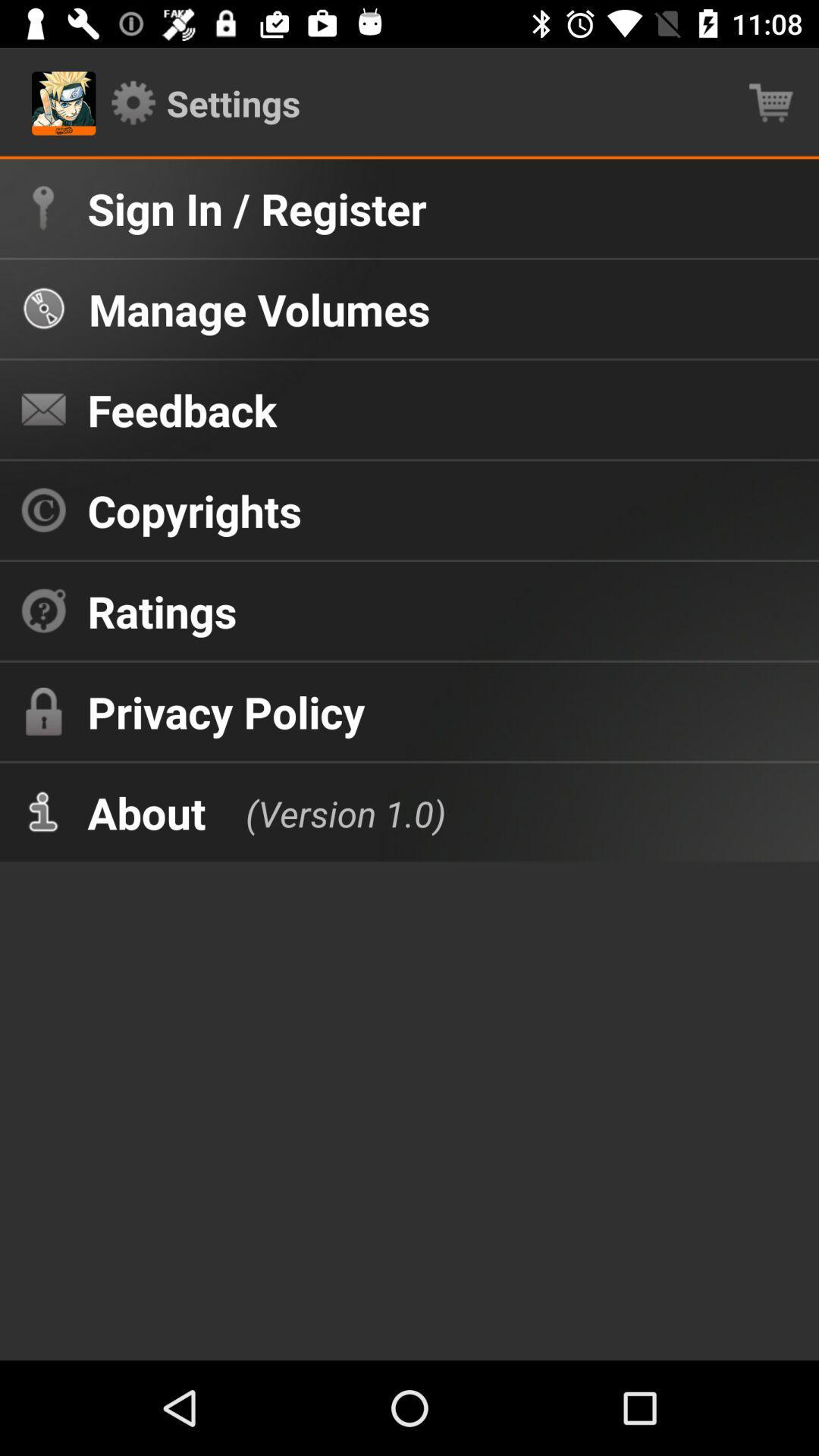  I want to click on icon below the sign in / register, so click(259, 308).